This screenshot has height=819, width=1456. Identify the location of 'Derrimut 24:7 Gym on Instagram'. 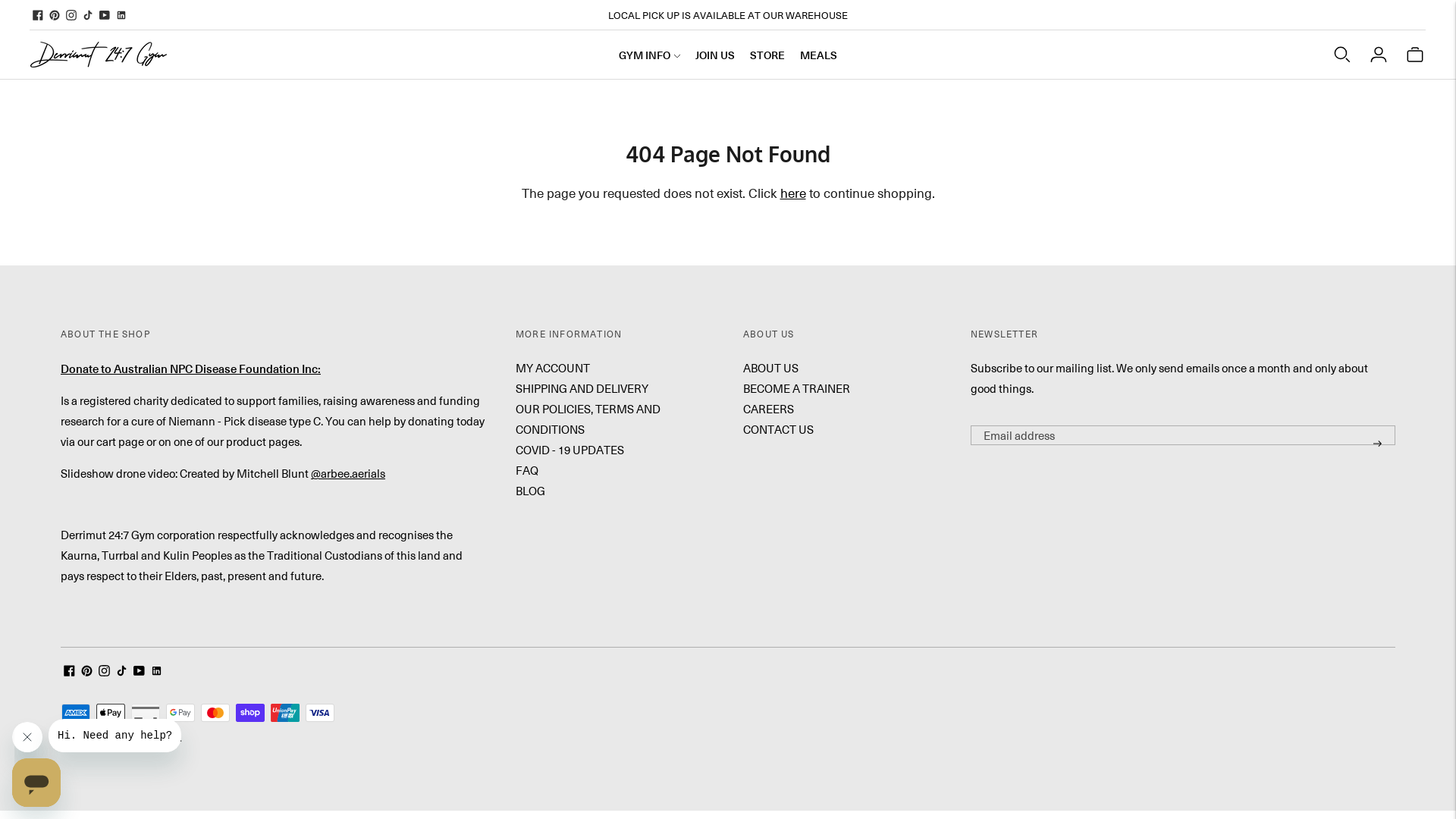
(64, 14).